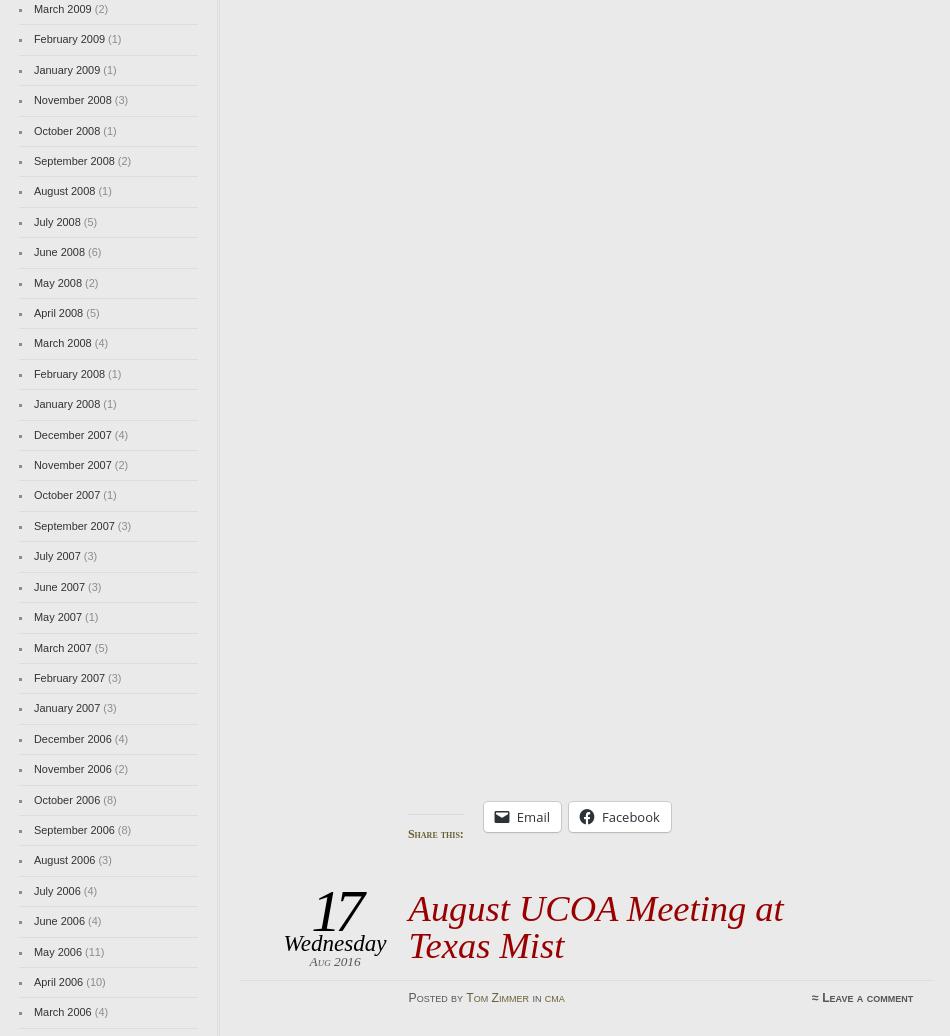  I want to click on 'June 2008', so click(32, 251).